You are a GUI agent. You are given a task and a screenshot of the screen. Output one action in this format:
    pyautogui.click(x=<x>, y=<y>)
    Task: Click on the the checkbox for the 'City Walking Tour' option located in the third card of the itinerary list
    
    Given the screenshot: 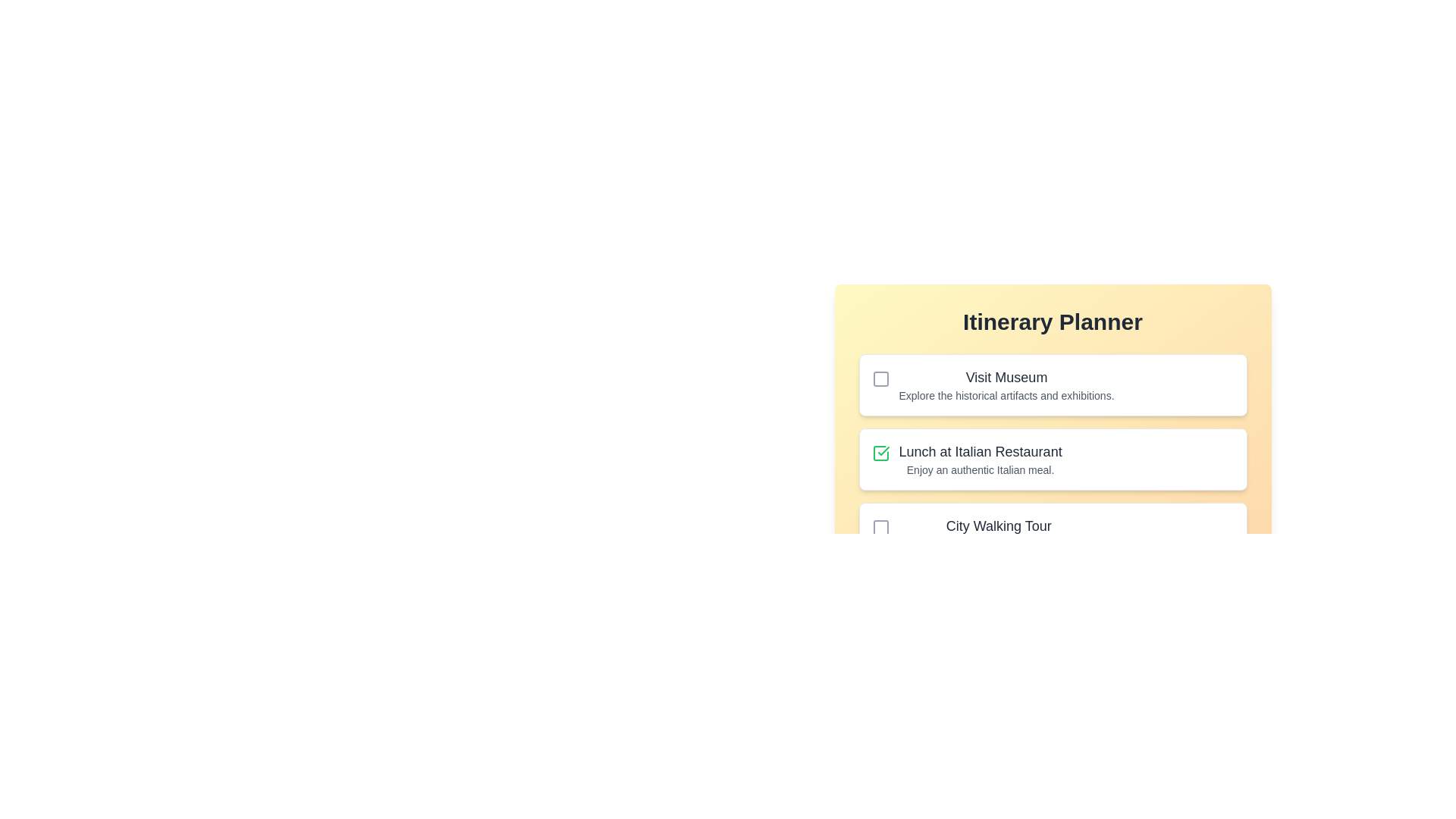 What is the action you would take?
    pyautogui.click(x=880, y=526)
    